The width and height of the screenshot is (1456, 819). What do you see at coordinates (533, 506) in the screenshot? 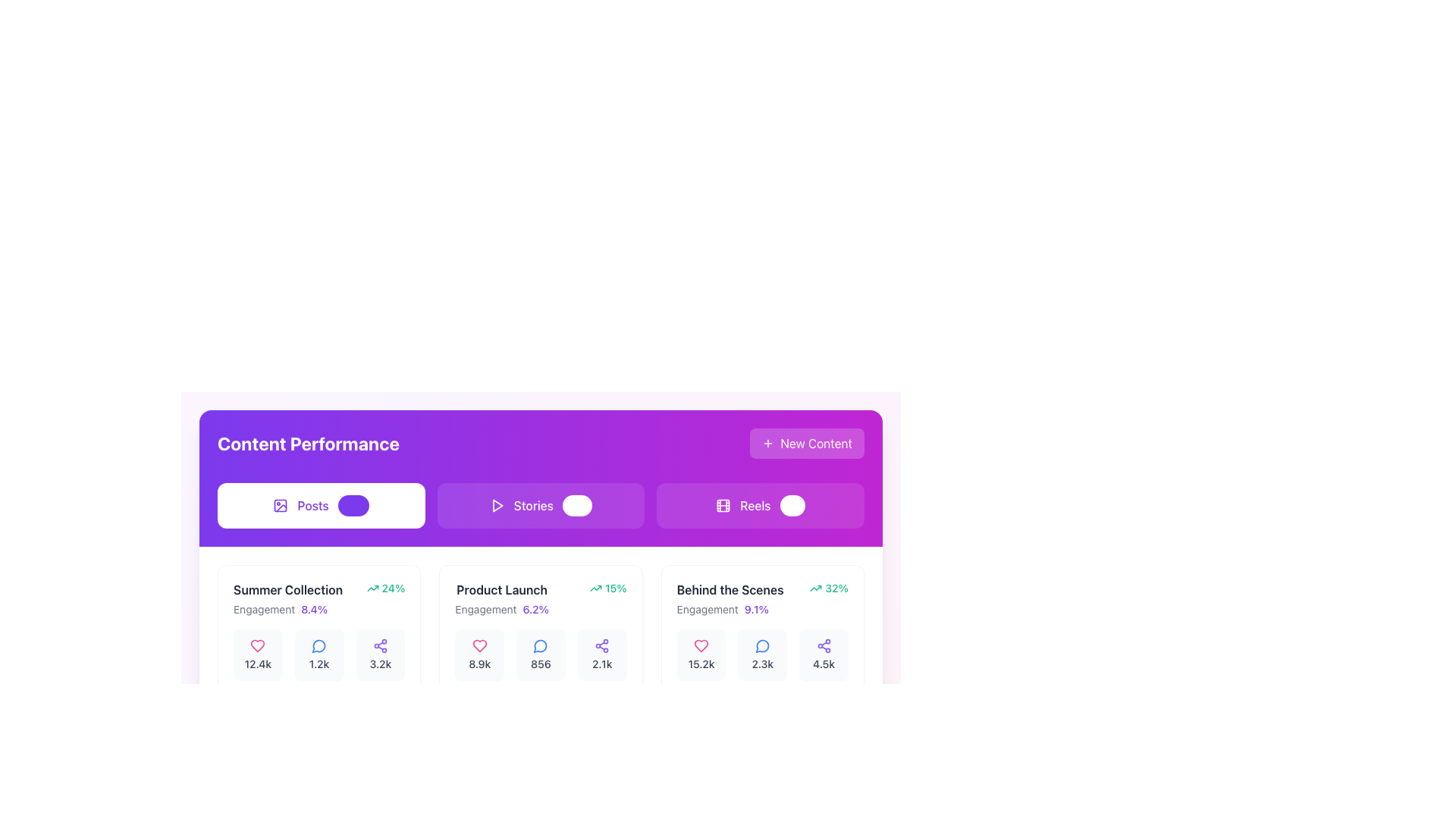
I see `the 'Stories' label within the button that is positioned between the 'Posts' and 'Reels' toggle buttons` at bounding box center [533, 506].